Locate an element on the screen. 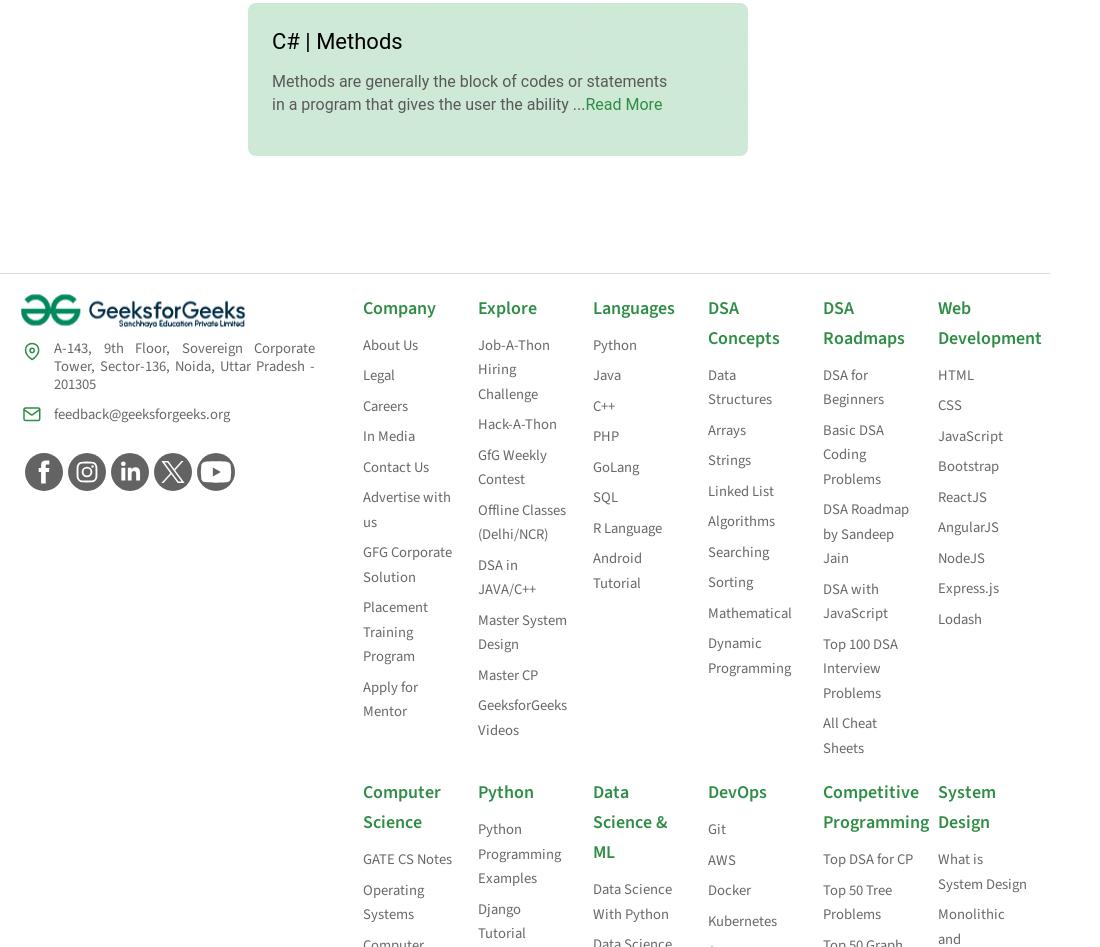 This screenshot has width=1100, height=947. 'ReactJS' is located at coordinates (937, 495).